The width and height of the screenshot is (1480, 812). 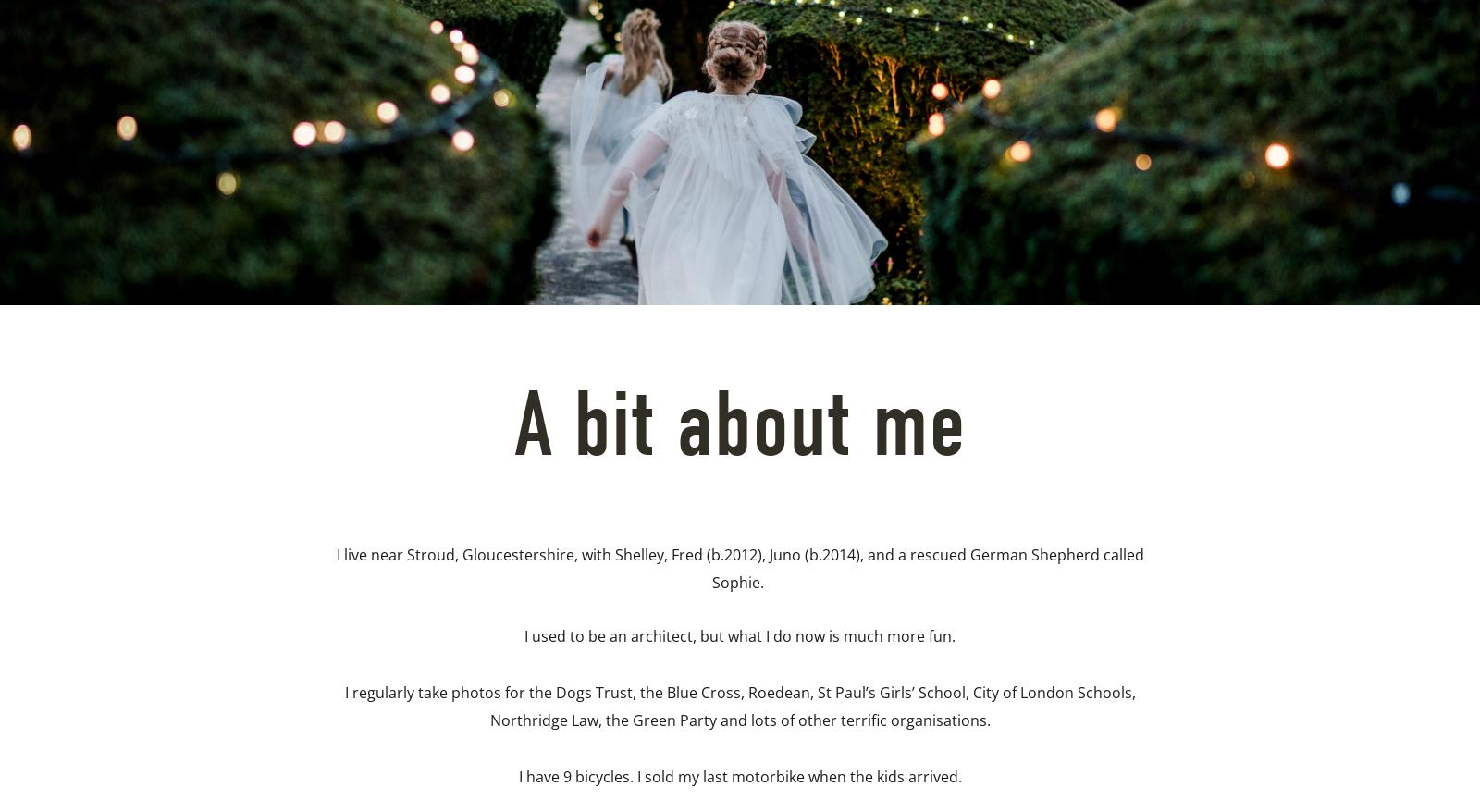 I want to click on 'I used to be an architect, but what I do now is much more fun.', so click(x=740, y=635).